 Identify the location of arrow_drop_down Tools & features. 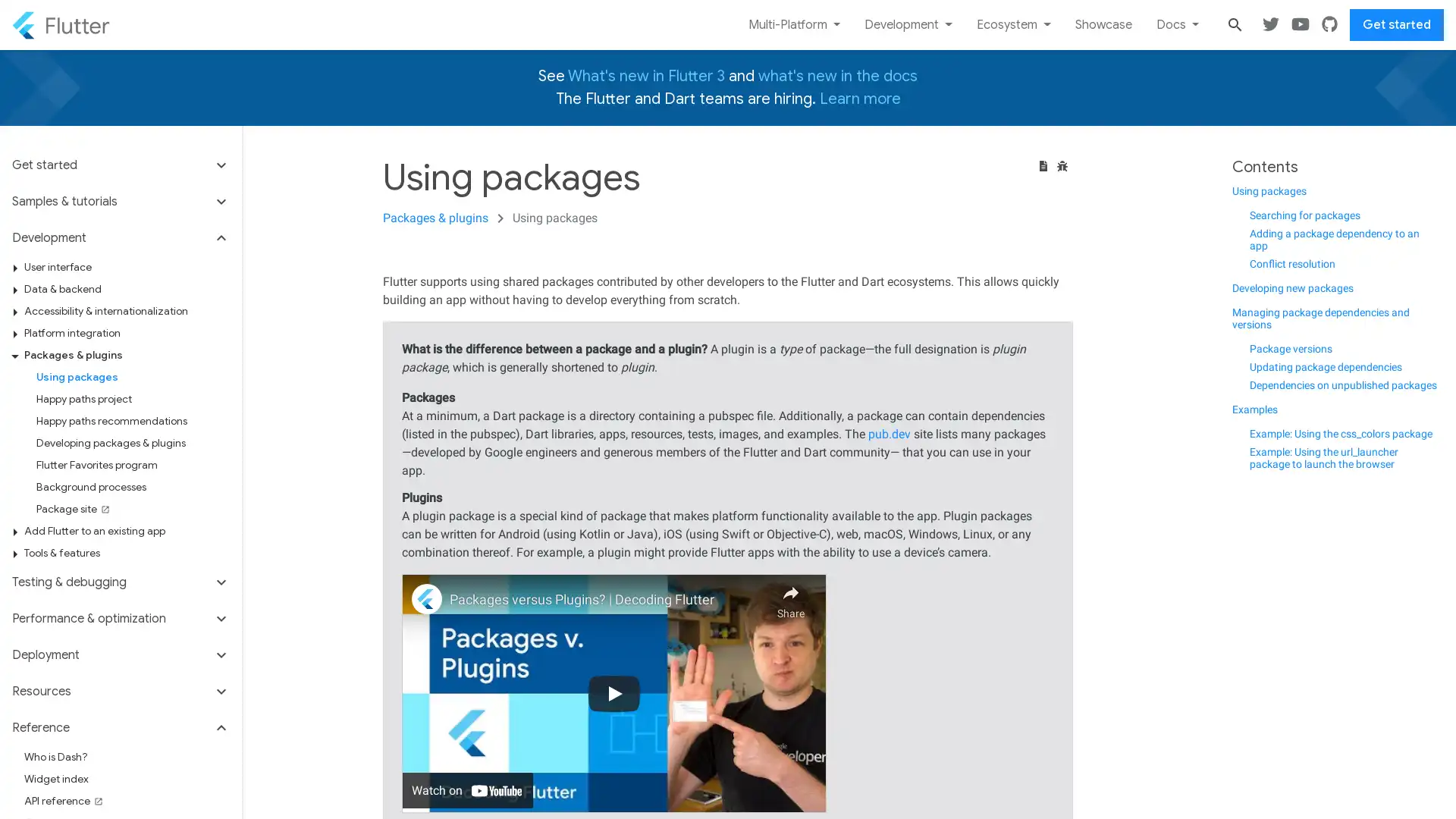
(127, 553).